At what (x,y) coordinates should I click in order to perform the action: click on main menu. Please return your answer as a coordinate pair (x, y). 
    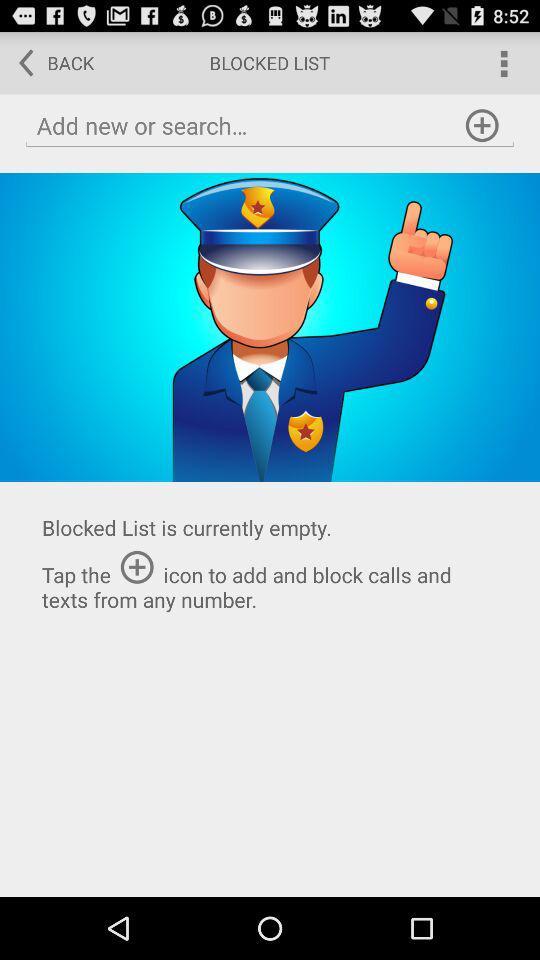
    Looking at the image, I should click on (502, 62).